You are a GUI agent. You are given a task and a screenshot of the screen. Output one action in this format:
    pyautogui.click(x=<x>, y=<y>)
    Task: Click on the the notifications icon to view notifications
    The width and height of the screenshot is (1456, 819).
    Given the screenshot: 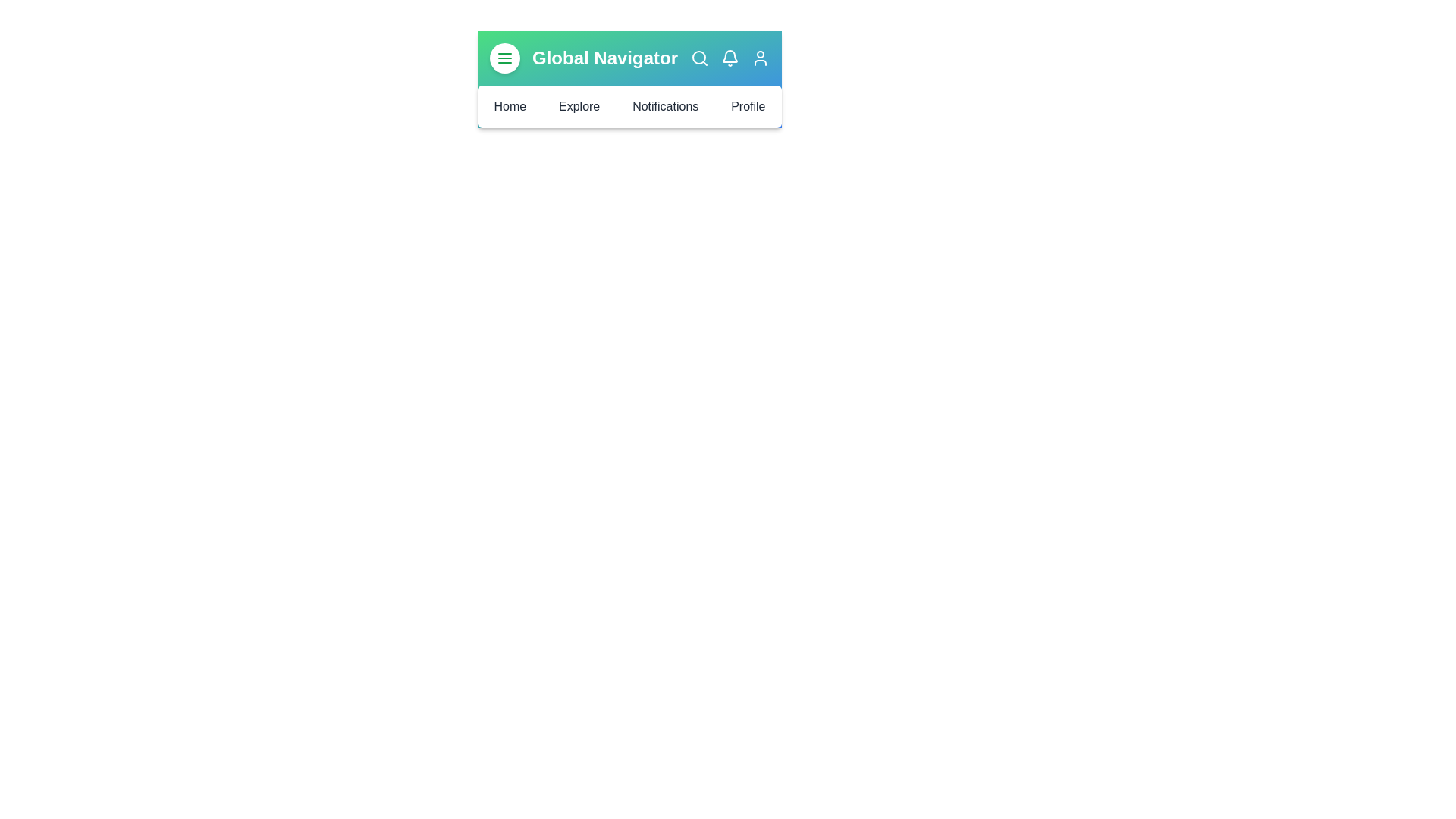 What is the action you would take?
    pyautogui.click(x=730, y=58)
    